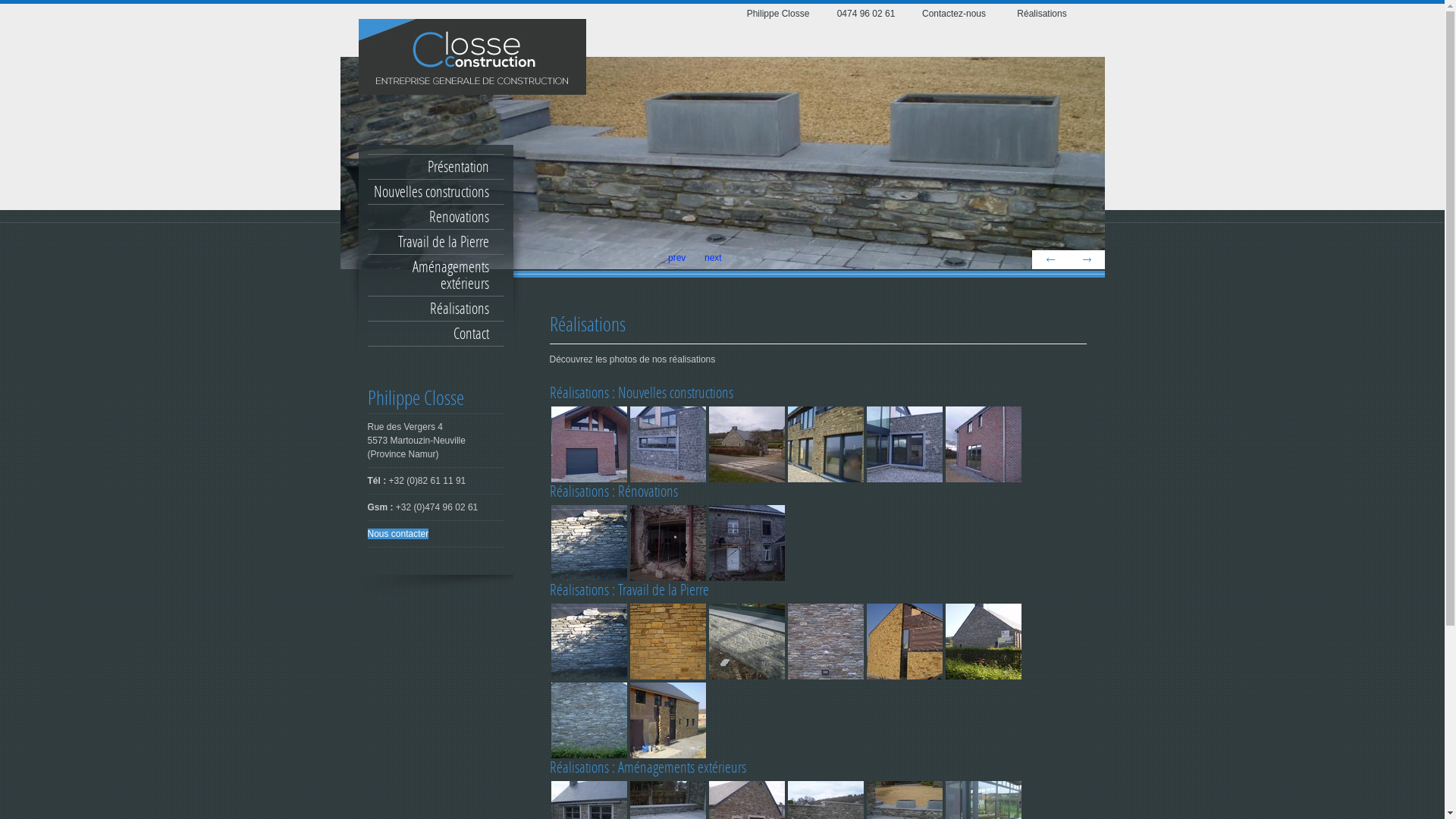  What do you see at coordinates (667, 641) in the screenshot?
I see `'OLYMPUS DIGITAL CAMERA         '` at bounding box center [667, 641].